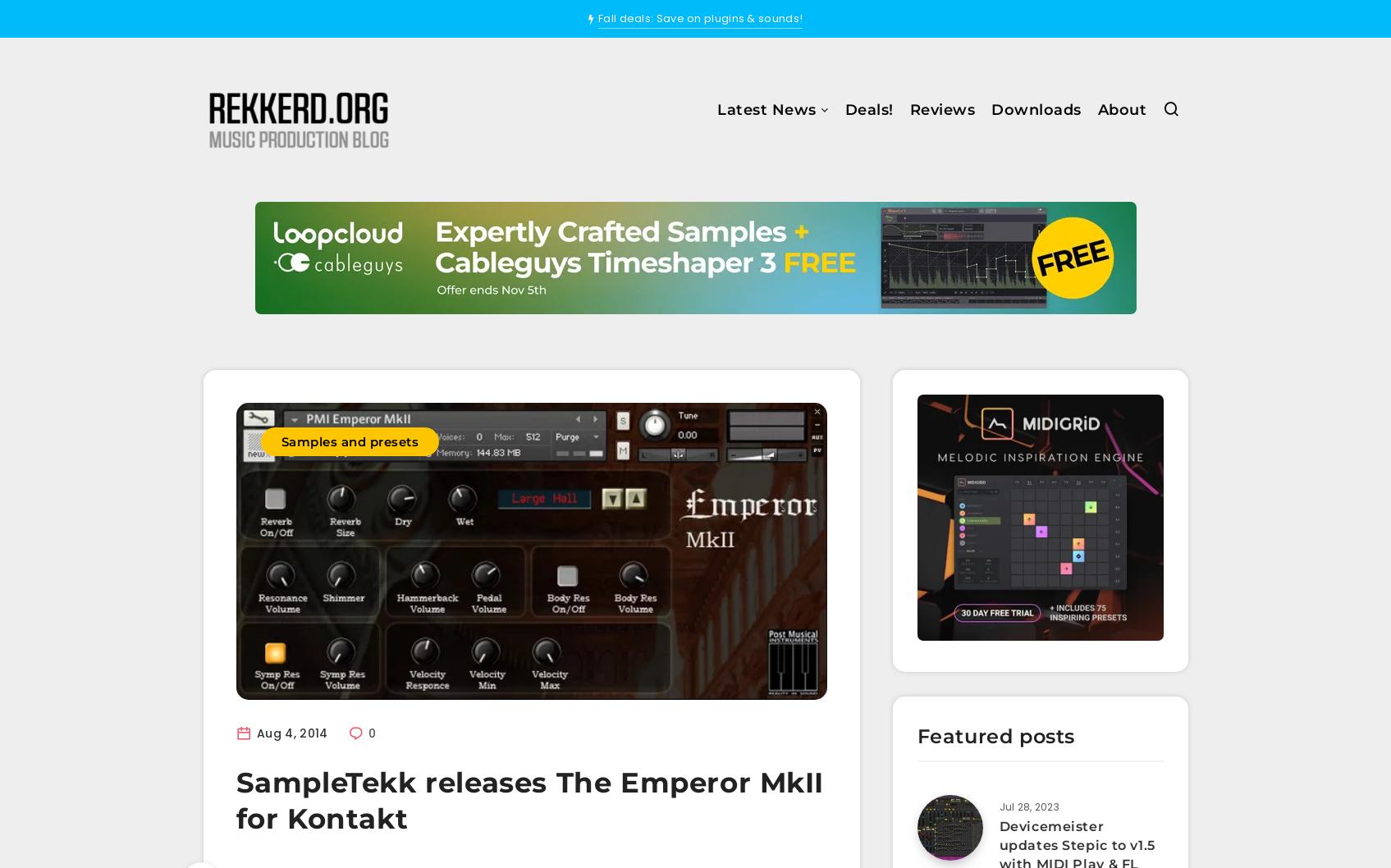  Describe the element at coordinates (709, 255) in the screenshot. I see `'Samples and Presets'` at that location.